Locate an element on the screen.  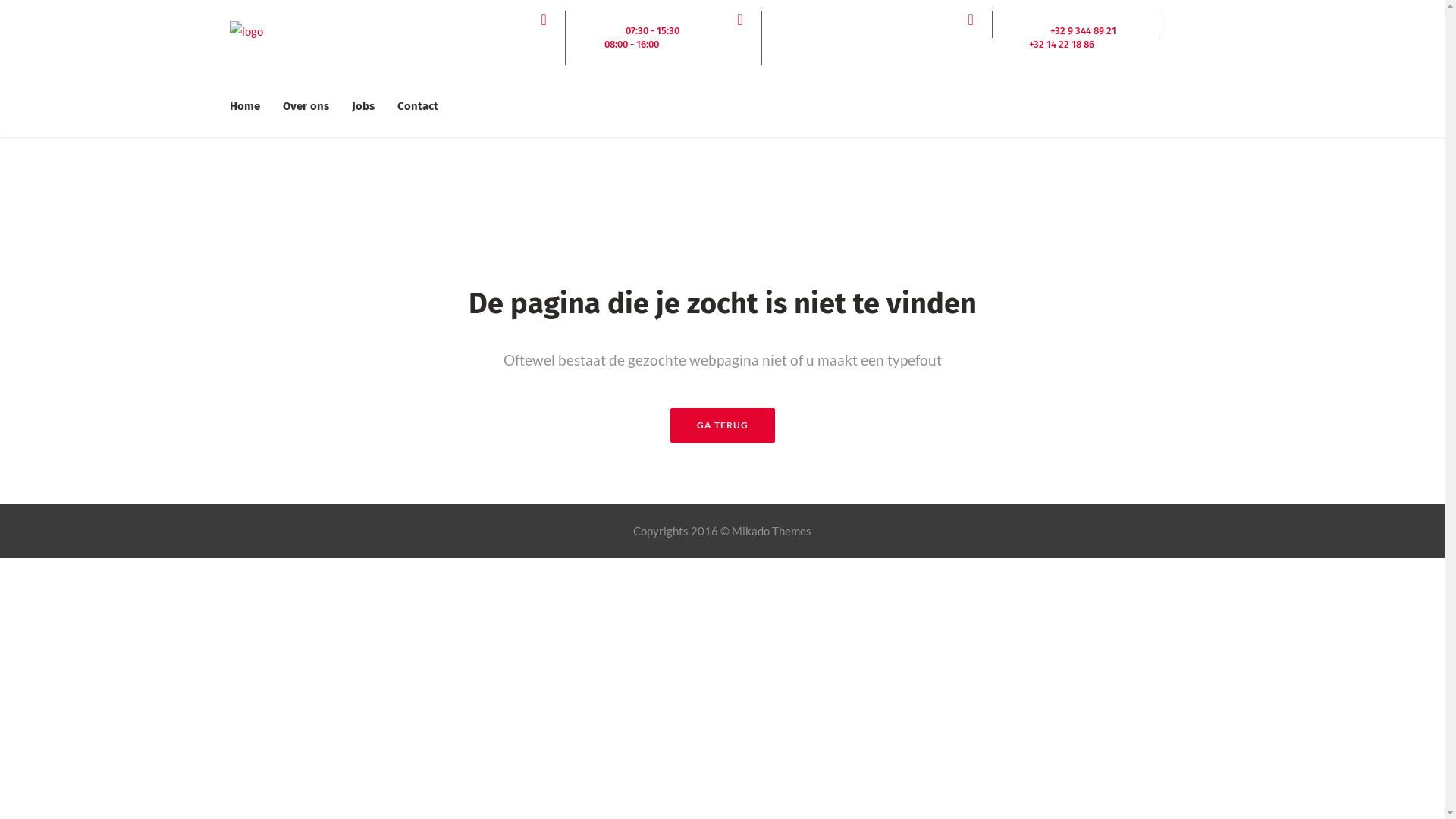
'Jobs' is located at coordinates (362, 105).